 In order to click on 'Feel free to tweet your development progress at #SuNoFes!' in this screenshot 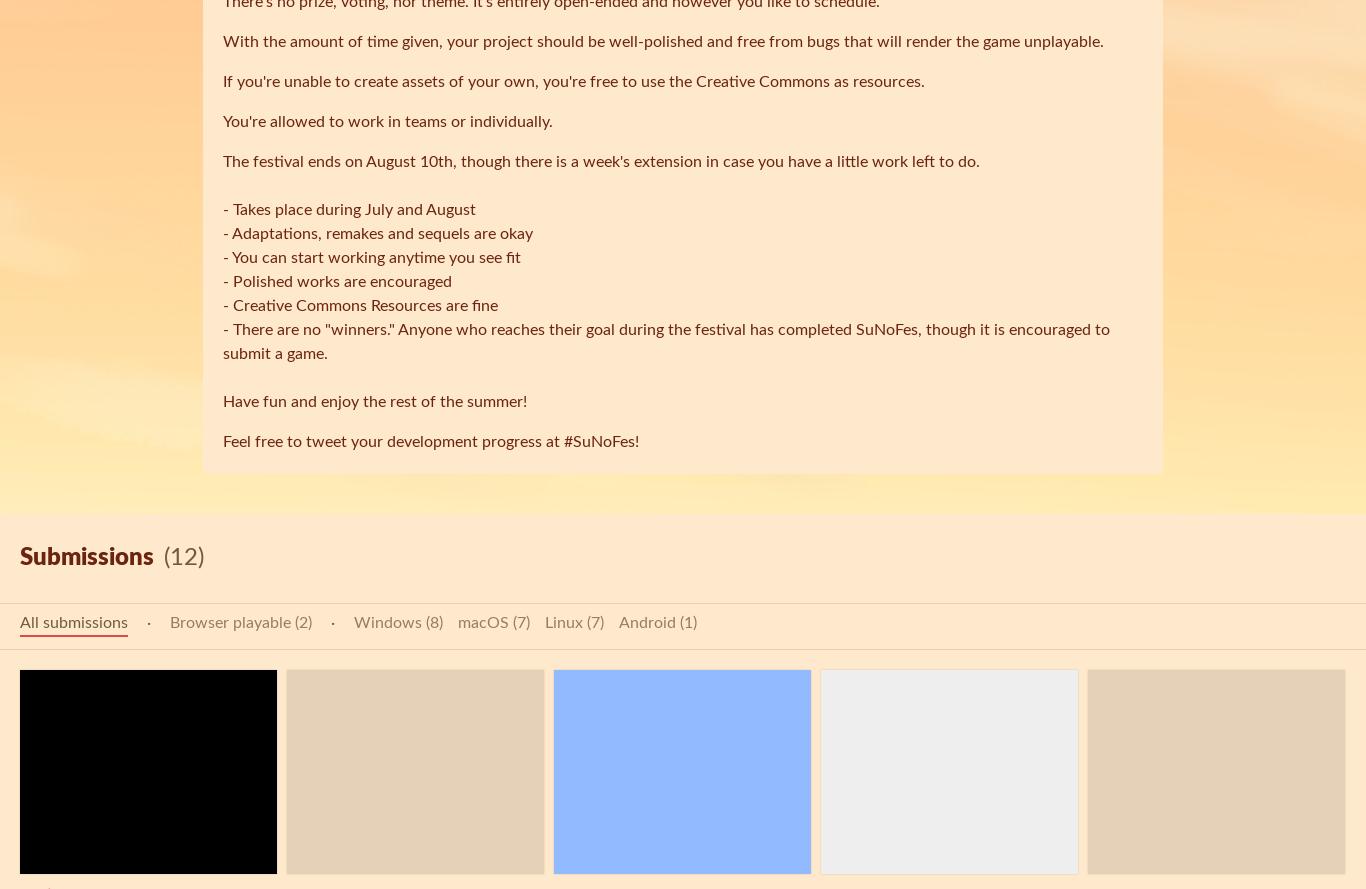, I will do `click(429, 442)`.